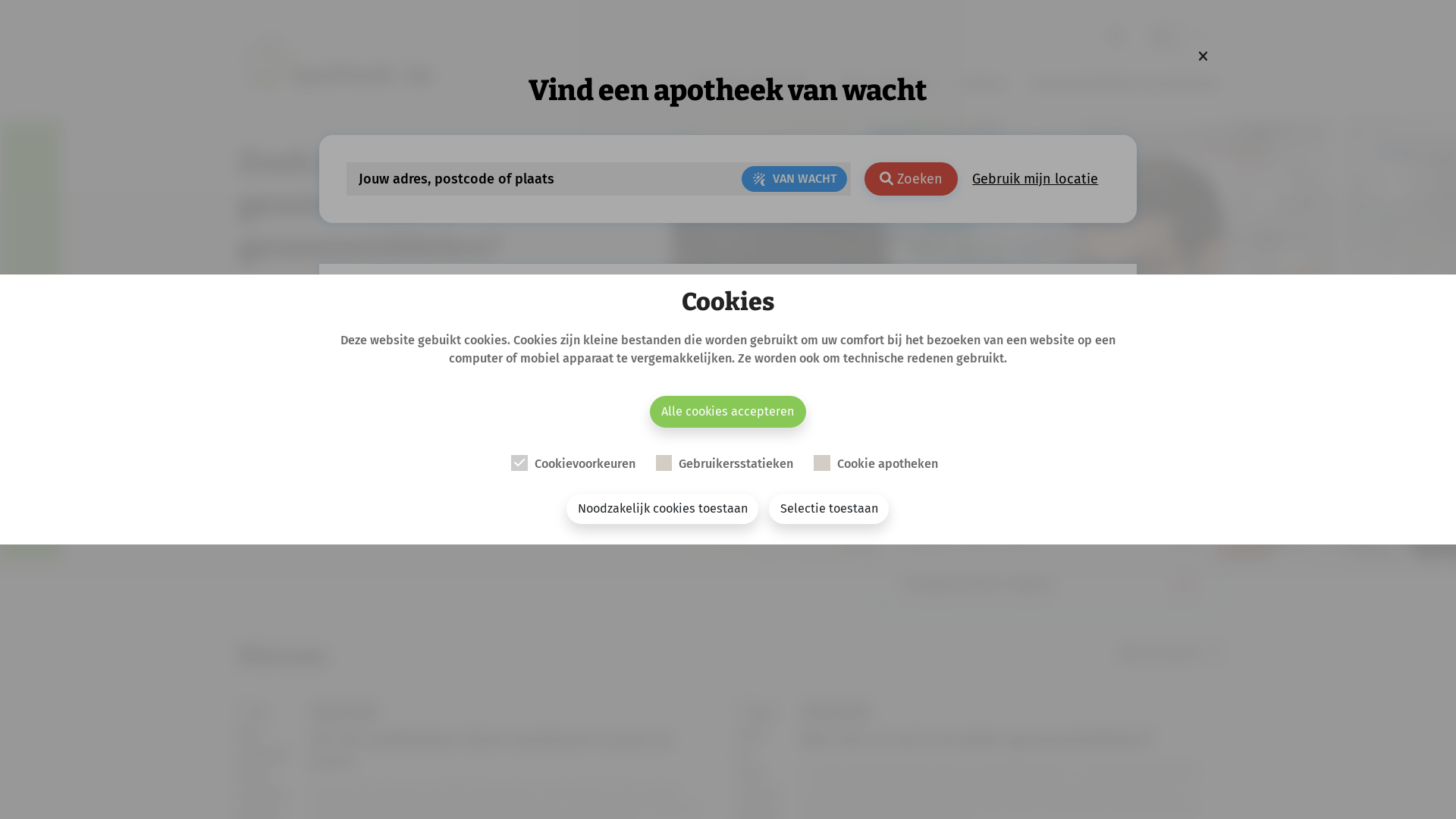 The image size is (1456, 819). I want to click on 'Noodzakelijk cookies toestaan', so click(662, 509).